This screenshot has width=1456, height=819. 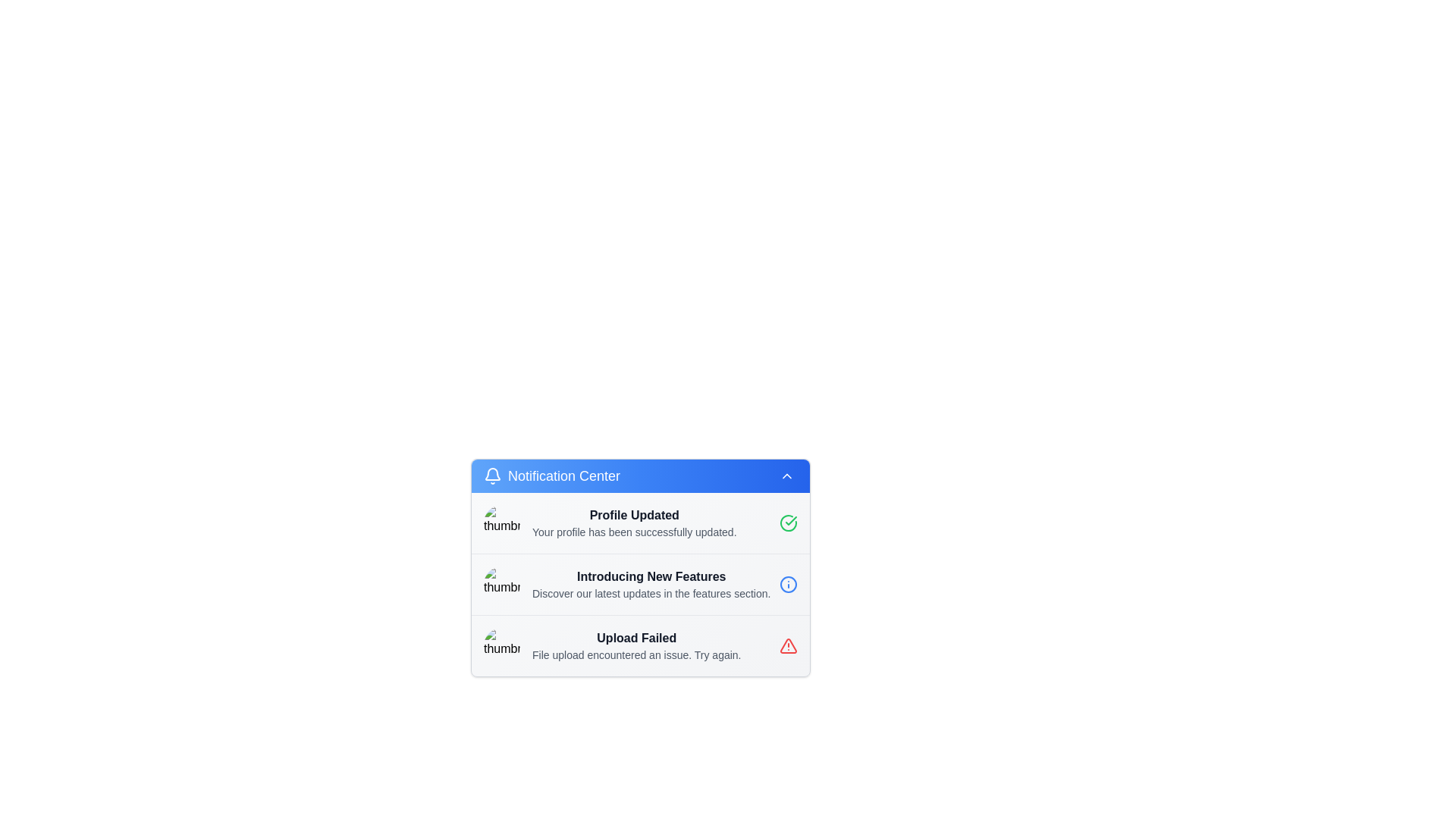 I want to click on notification message indicating that the user's profile has been successfully updated, which is centrally located in the Notification Center module, so click(x=634, y=522).